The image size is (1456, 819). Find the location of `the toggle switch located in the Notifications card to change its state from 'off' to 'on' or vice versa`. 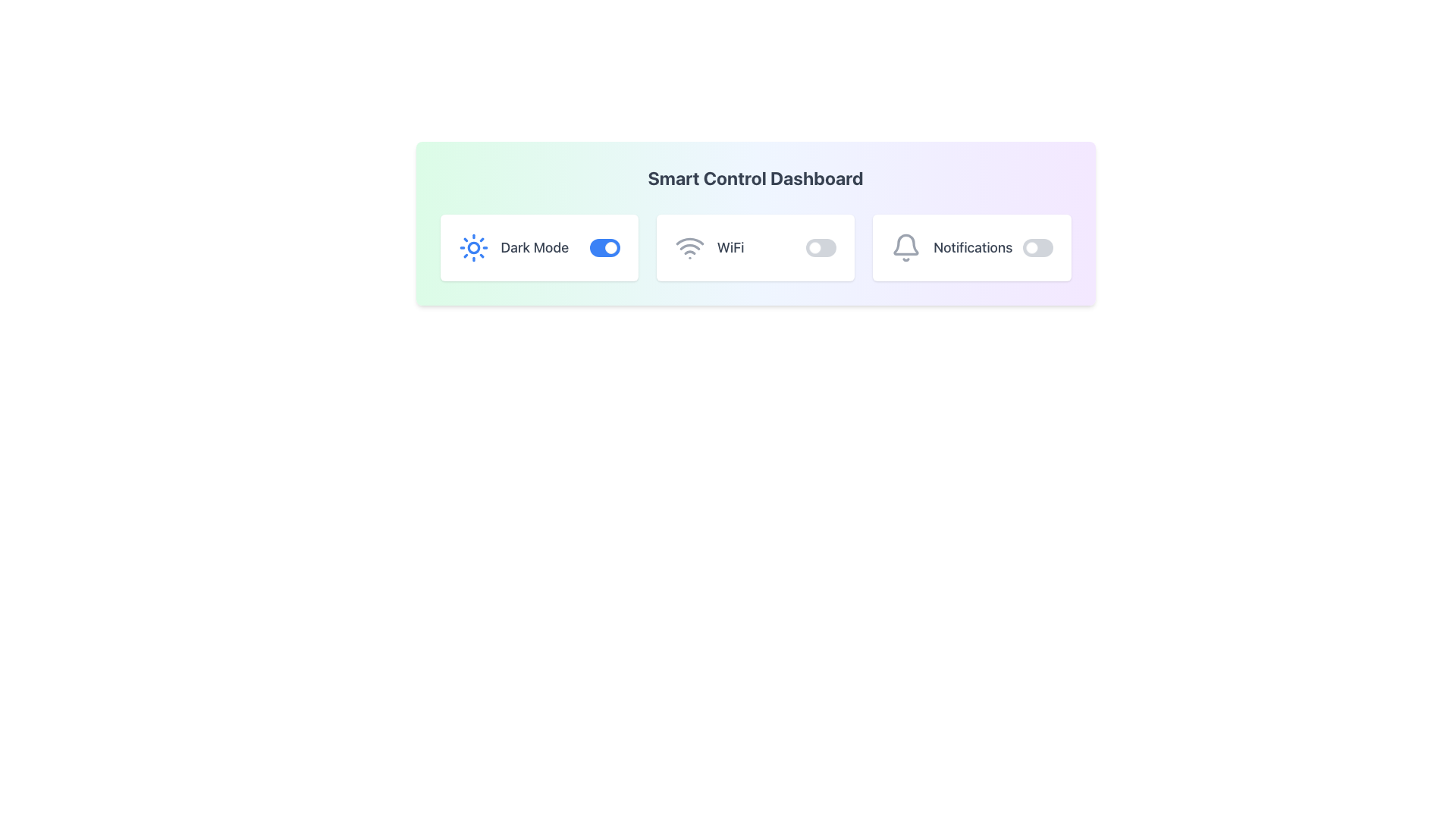

the toggle switch located in the Notifications card to change its state from 'off' to 'on' or vice versa is located at coordinates (1037, 247).